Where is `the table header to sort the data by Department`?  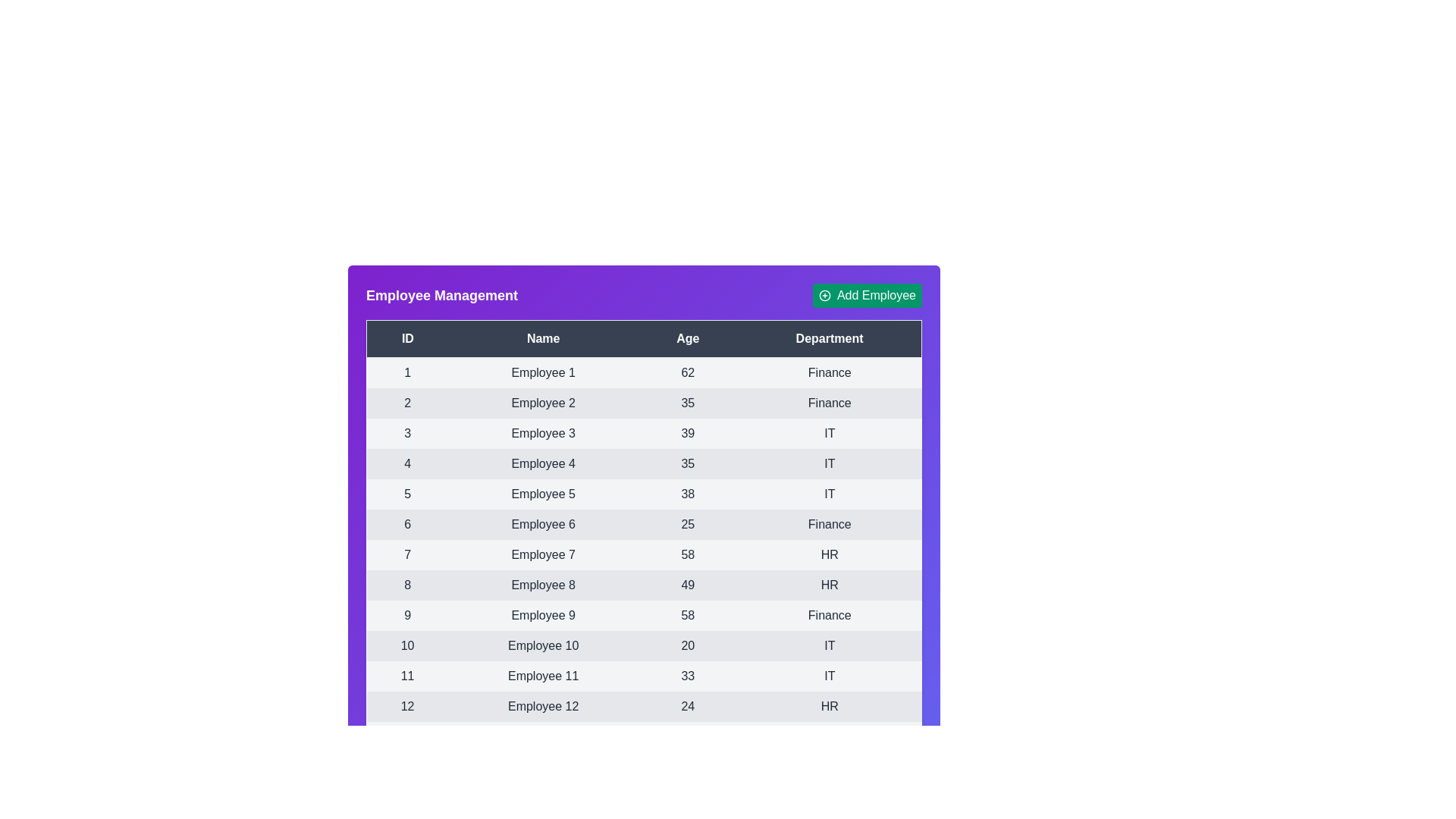 the table header to sort the data by Department is located at coordinates (829, 338).